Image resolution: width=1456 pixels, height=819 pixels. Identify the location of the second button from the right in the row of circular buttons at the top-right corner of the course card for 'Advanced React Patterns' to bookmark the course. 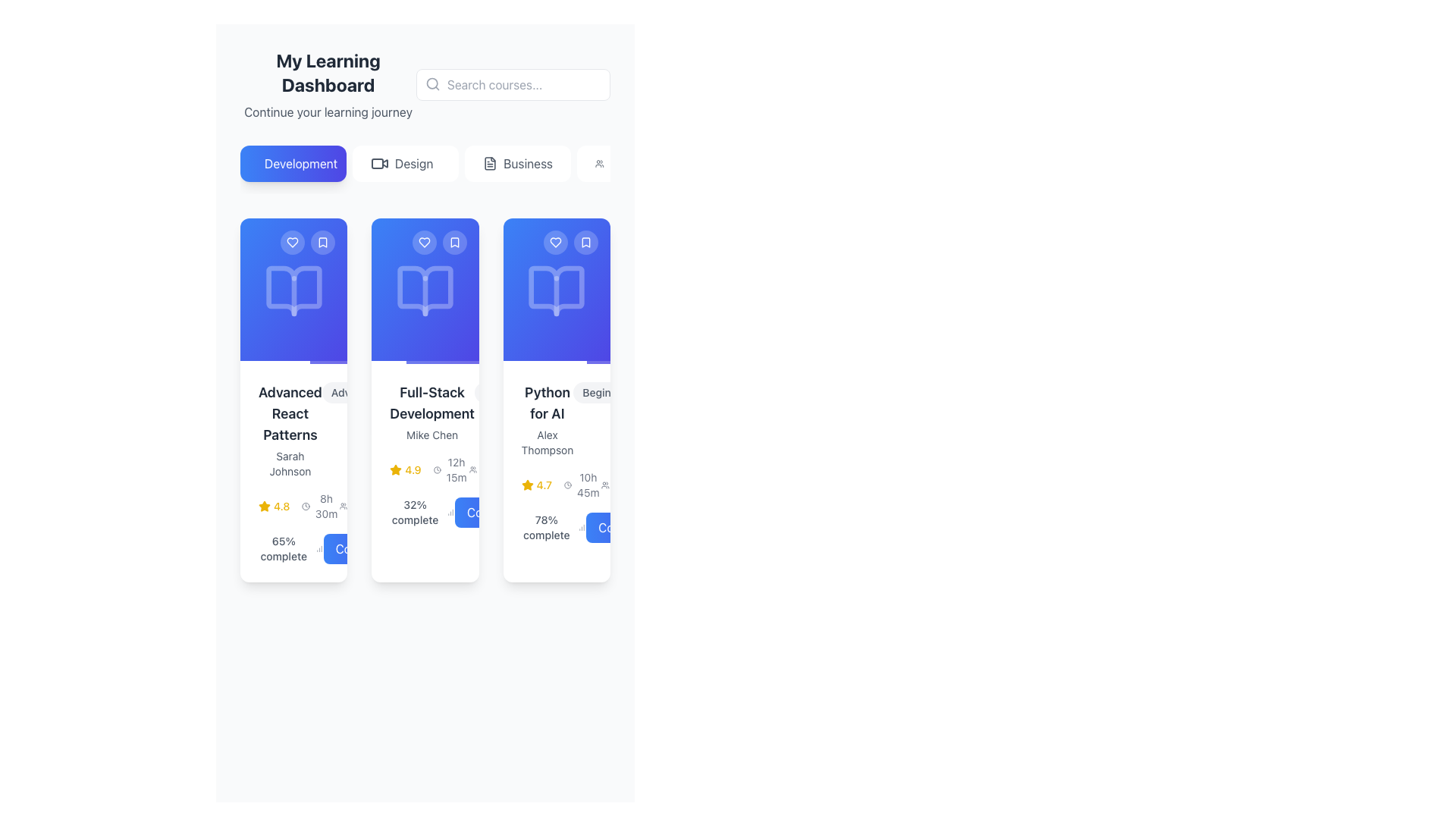
(322, 242).